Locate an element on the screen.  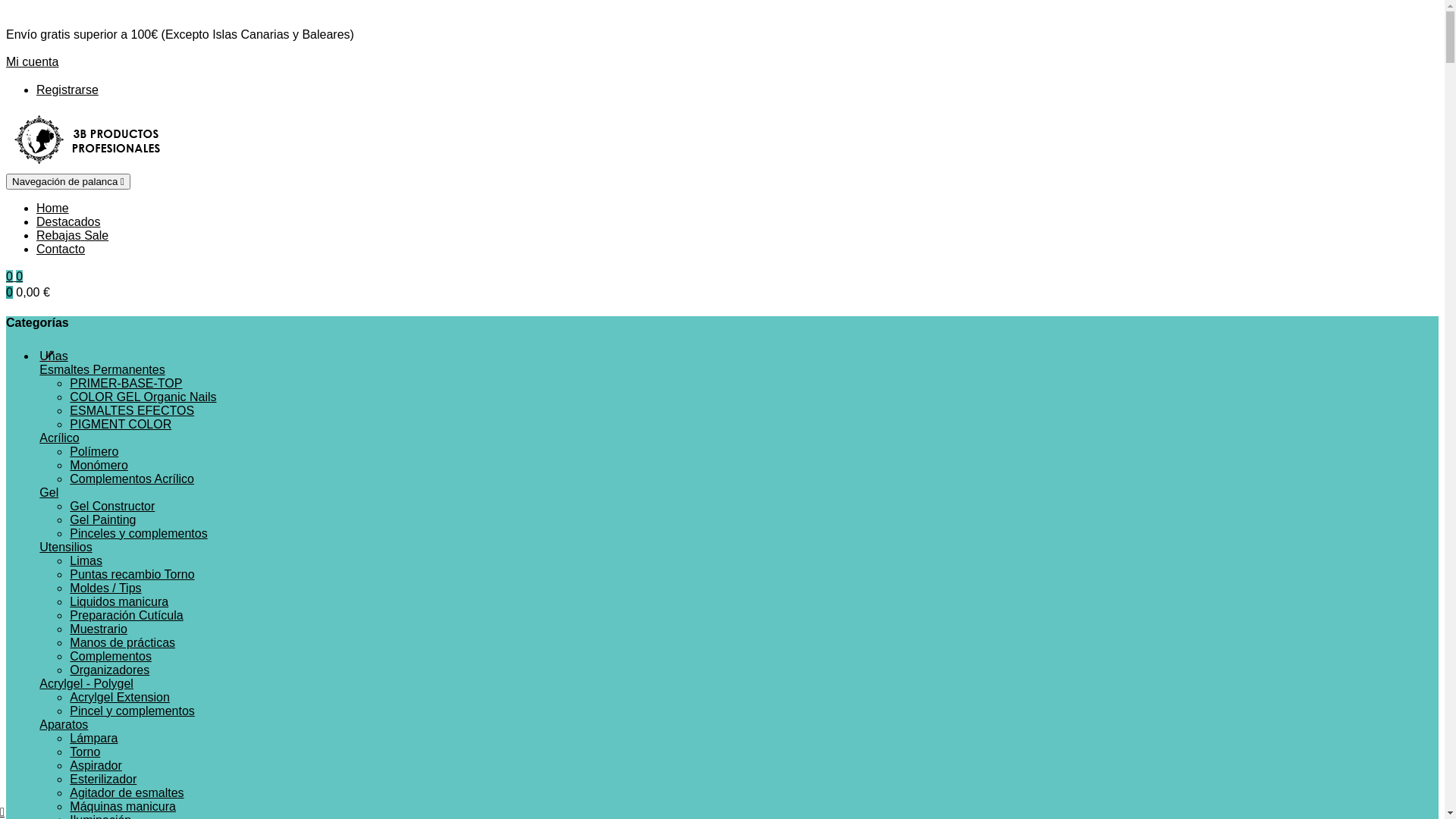
'Liquidos manicura' is located at coordinates (118, 601).